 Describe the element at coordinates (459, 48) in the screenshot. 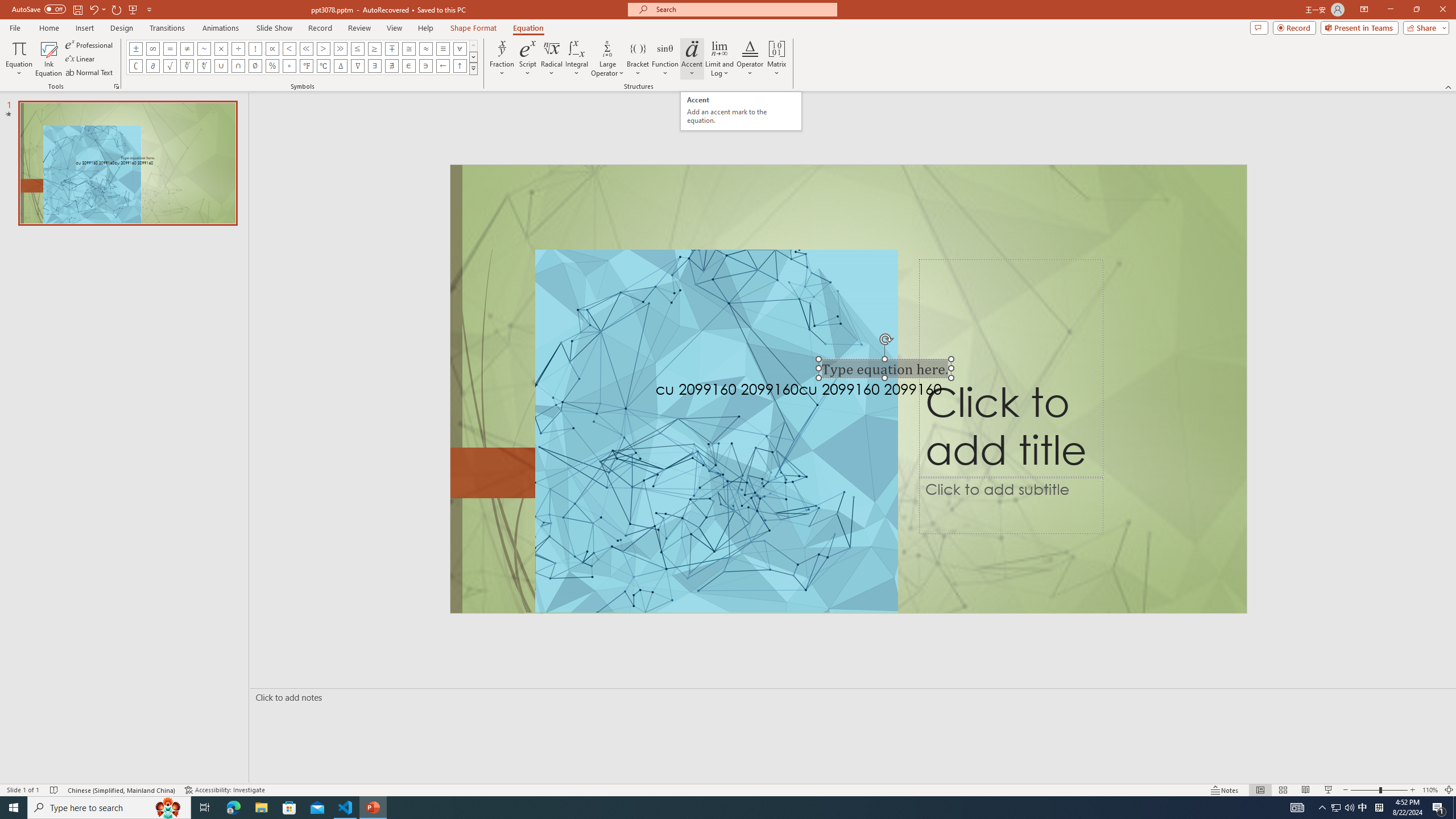

I see `'Equation Symbol For All'` at that location.